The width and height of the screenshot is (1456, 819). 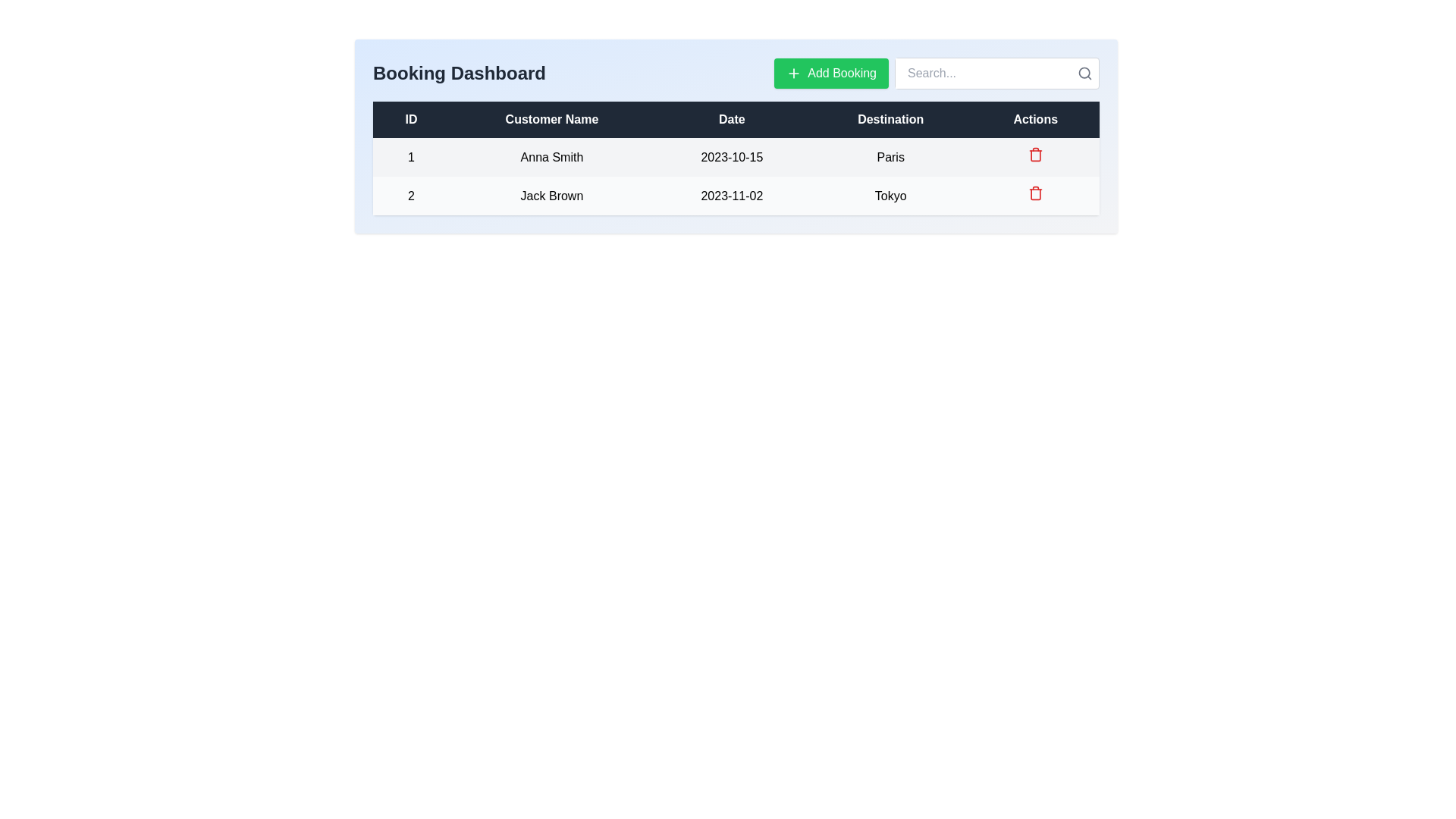 I want to click on the search icon, which is a modern, simplistic magnifying glass styled SVG graphic located at the right end of the search bar component, so click(x=1084, y=73).